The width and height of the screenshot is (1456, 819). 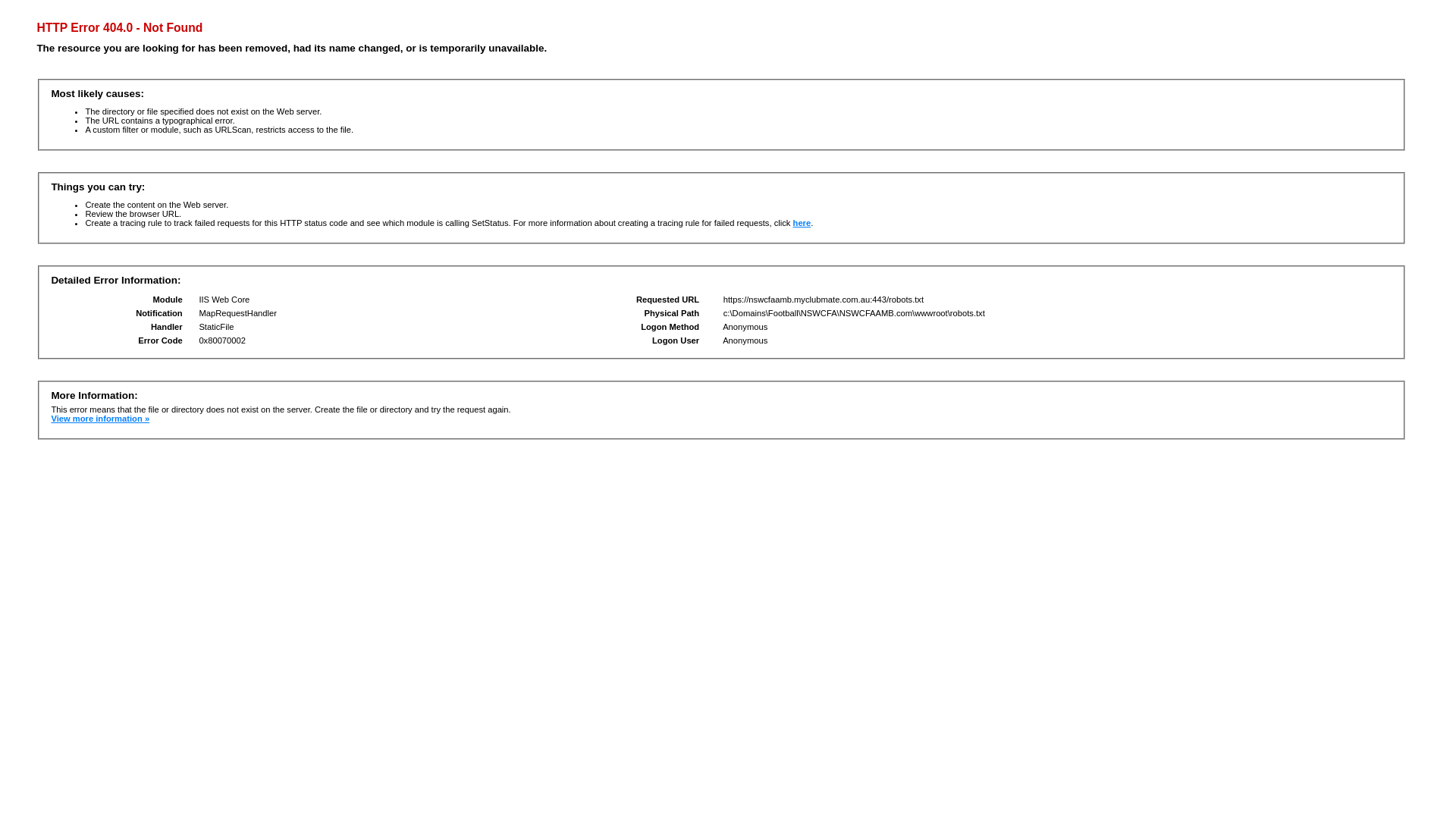 I want to click on 'here', so click(x=801, y=222).